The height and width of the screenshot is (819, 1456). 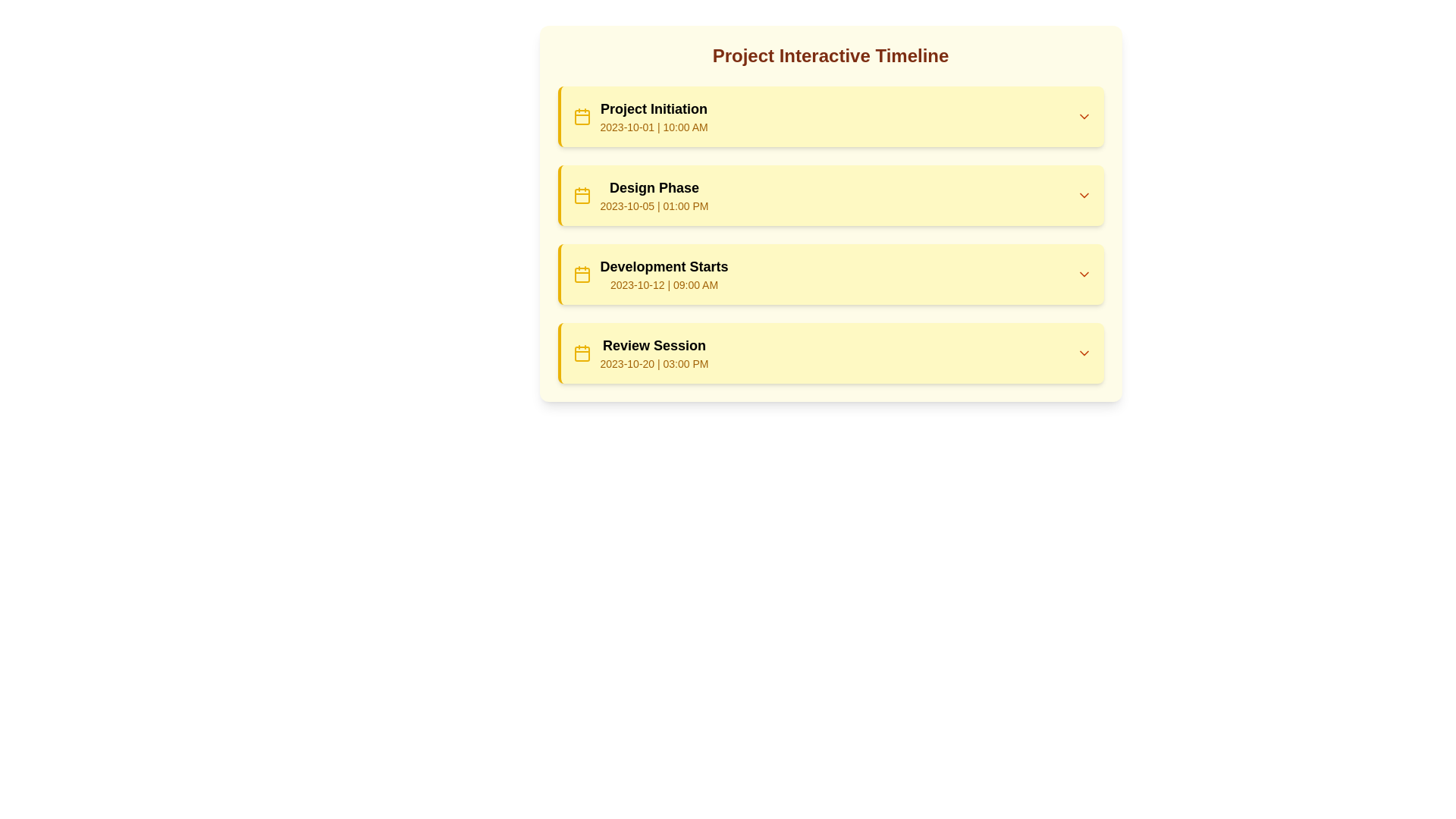 I want to click on the labeled information block displaying scheduled information about the 'Project Initiation' event, located below the title header 'Project Interactive Timeline.', so click(x=654, y=116).